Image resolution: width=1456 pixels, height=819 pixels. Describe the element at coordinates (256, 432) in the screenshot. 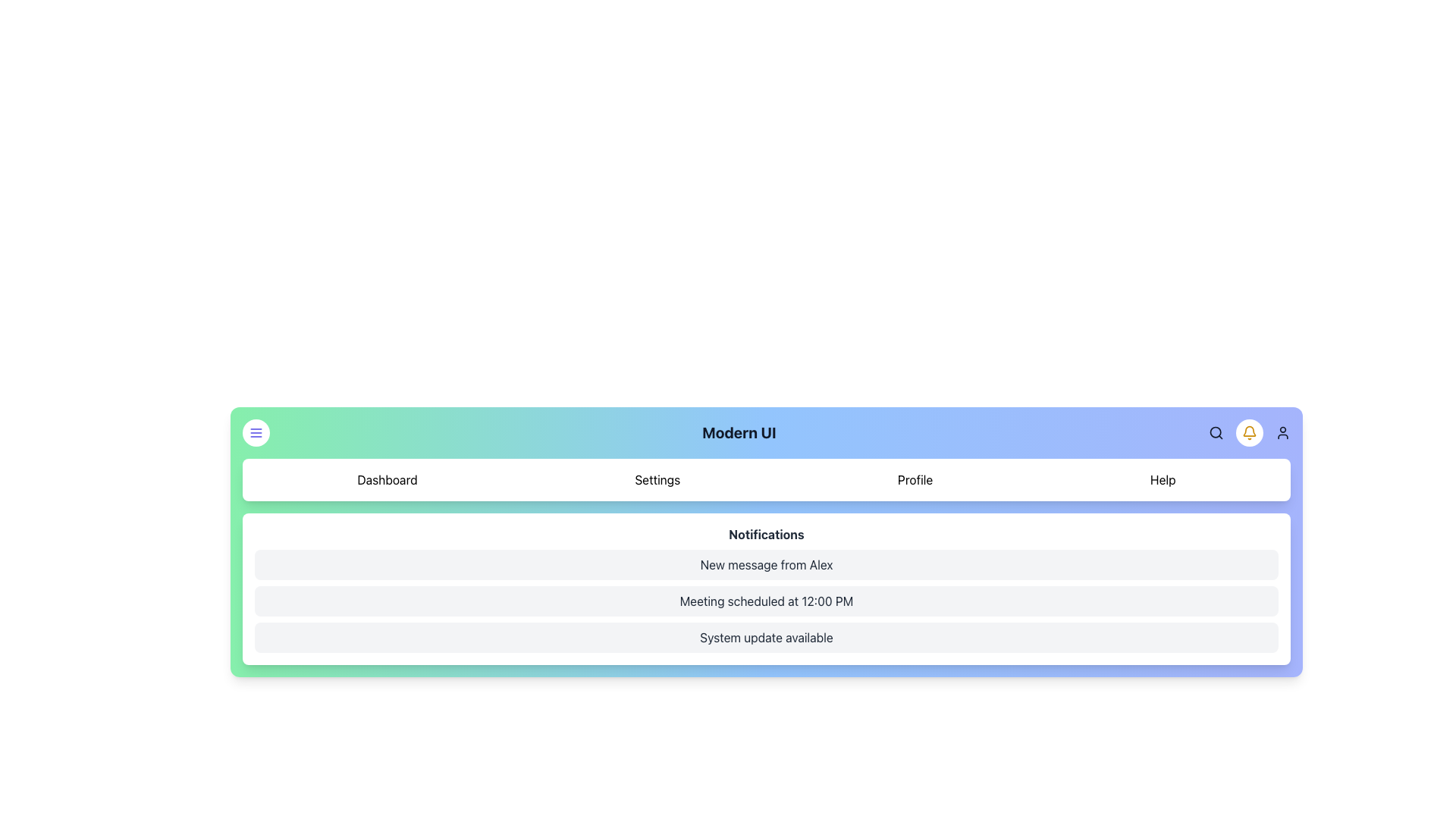

I see `the menu icon located in the top-left corner of the header bar to trigger the hover effect` at that location.